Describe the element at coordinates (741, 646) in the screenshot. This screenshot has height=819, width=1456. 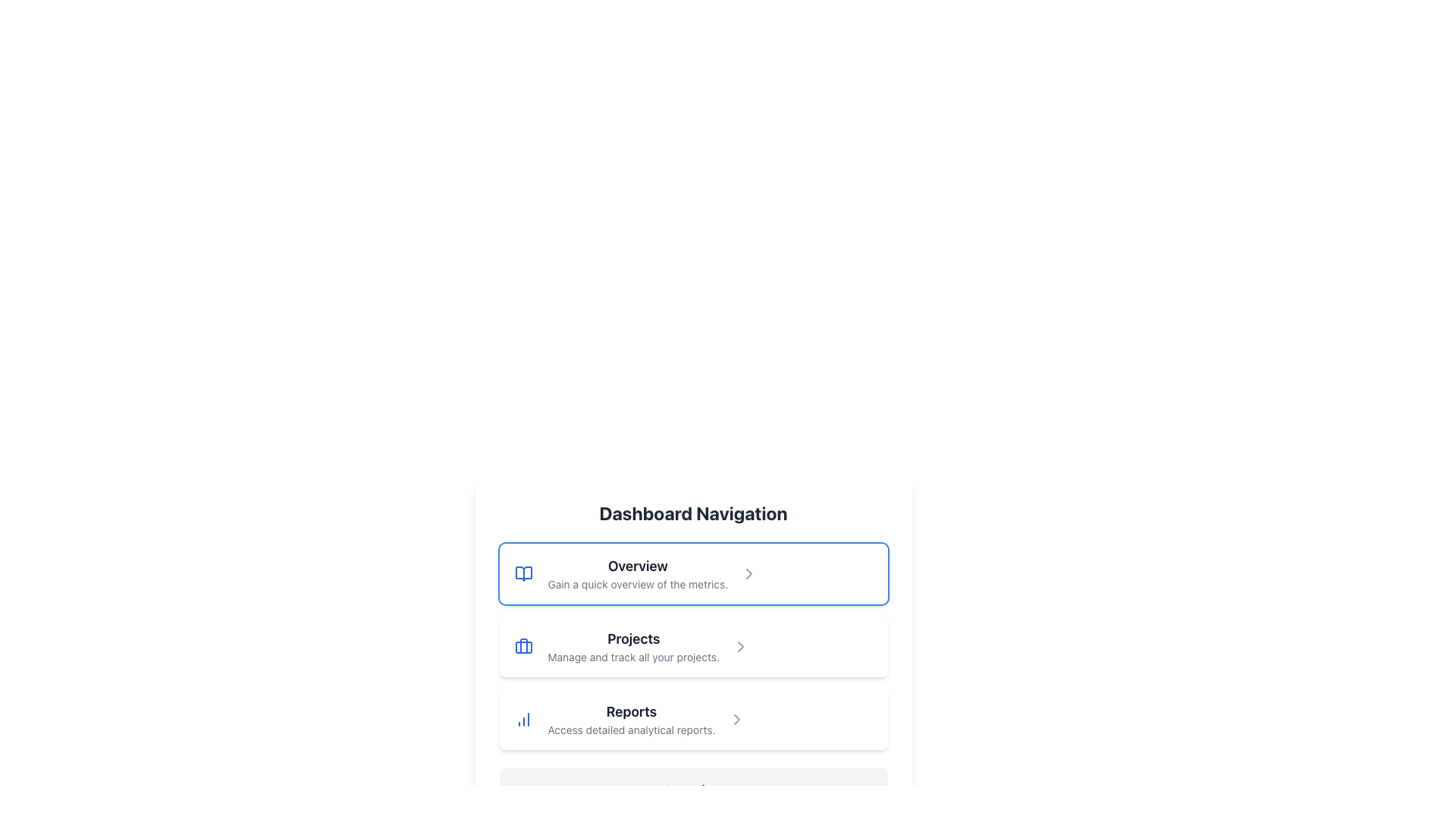
I see `the rightward-pointing chevron arrow icon located on the far-right side of the 'Projects' row in the 'Dashboard Navigation' section` at that location.